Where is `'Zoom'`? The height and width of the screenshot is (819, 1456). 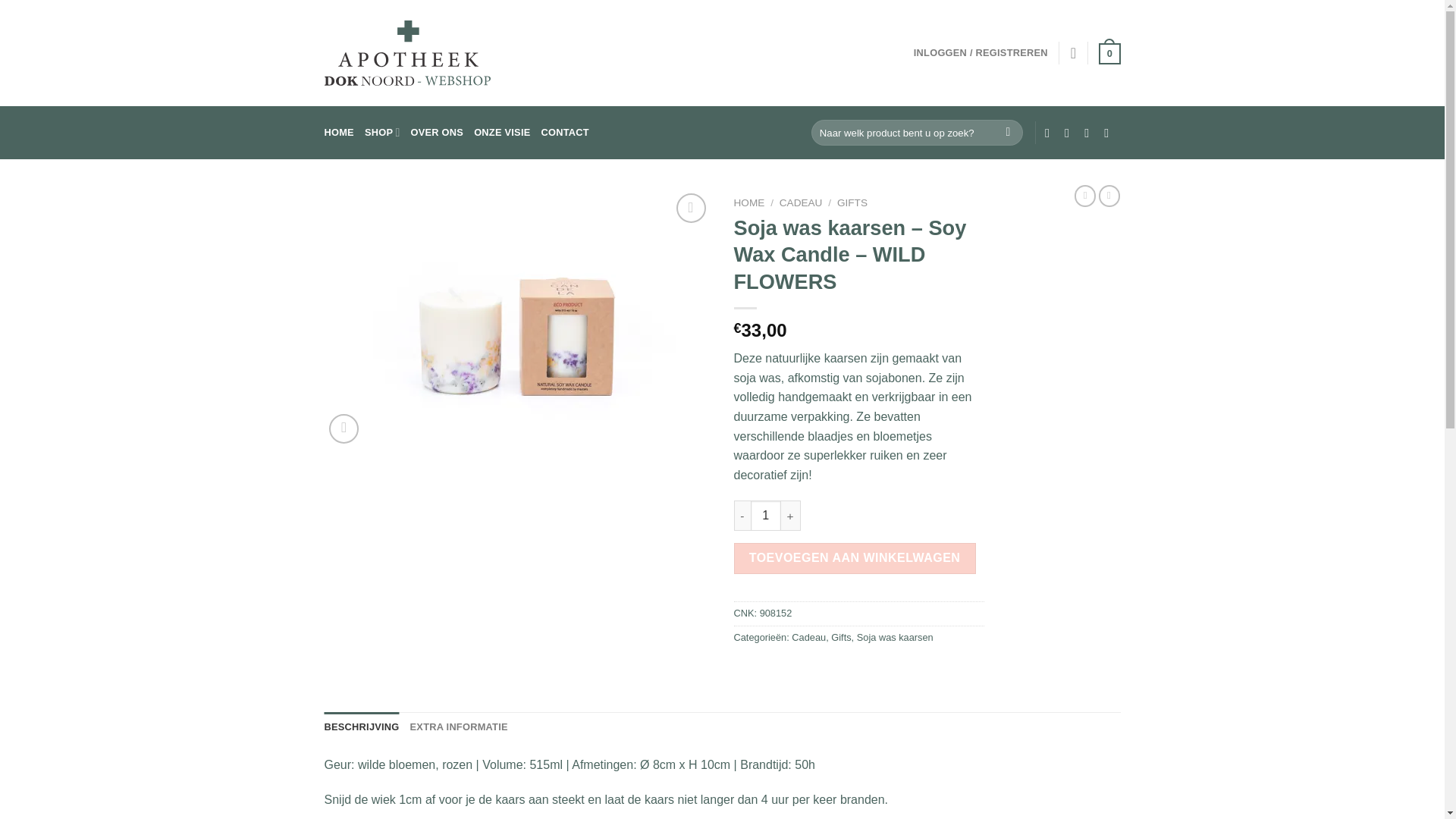 'Zoom' is located at coordinates (343, 428).